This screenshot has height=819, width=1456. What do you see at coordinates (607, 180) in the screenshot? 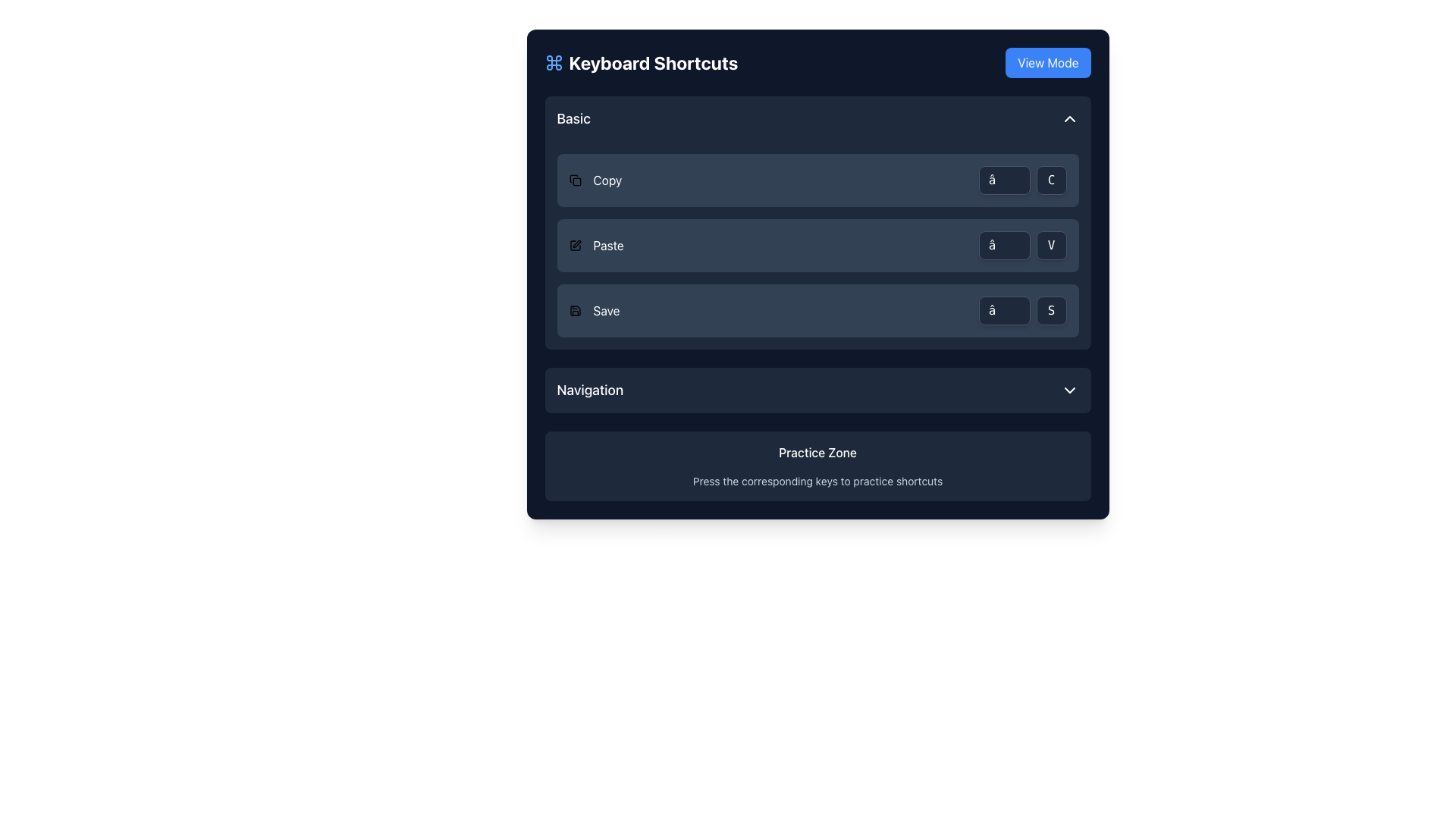
I see `the text label that says 'Copy', which is styled in white font against a dark background, located in the 'Keyboard Shortcuts' section under 'Basic'` at bounding box center [607, 180].